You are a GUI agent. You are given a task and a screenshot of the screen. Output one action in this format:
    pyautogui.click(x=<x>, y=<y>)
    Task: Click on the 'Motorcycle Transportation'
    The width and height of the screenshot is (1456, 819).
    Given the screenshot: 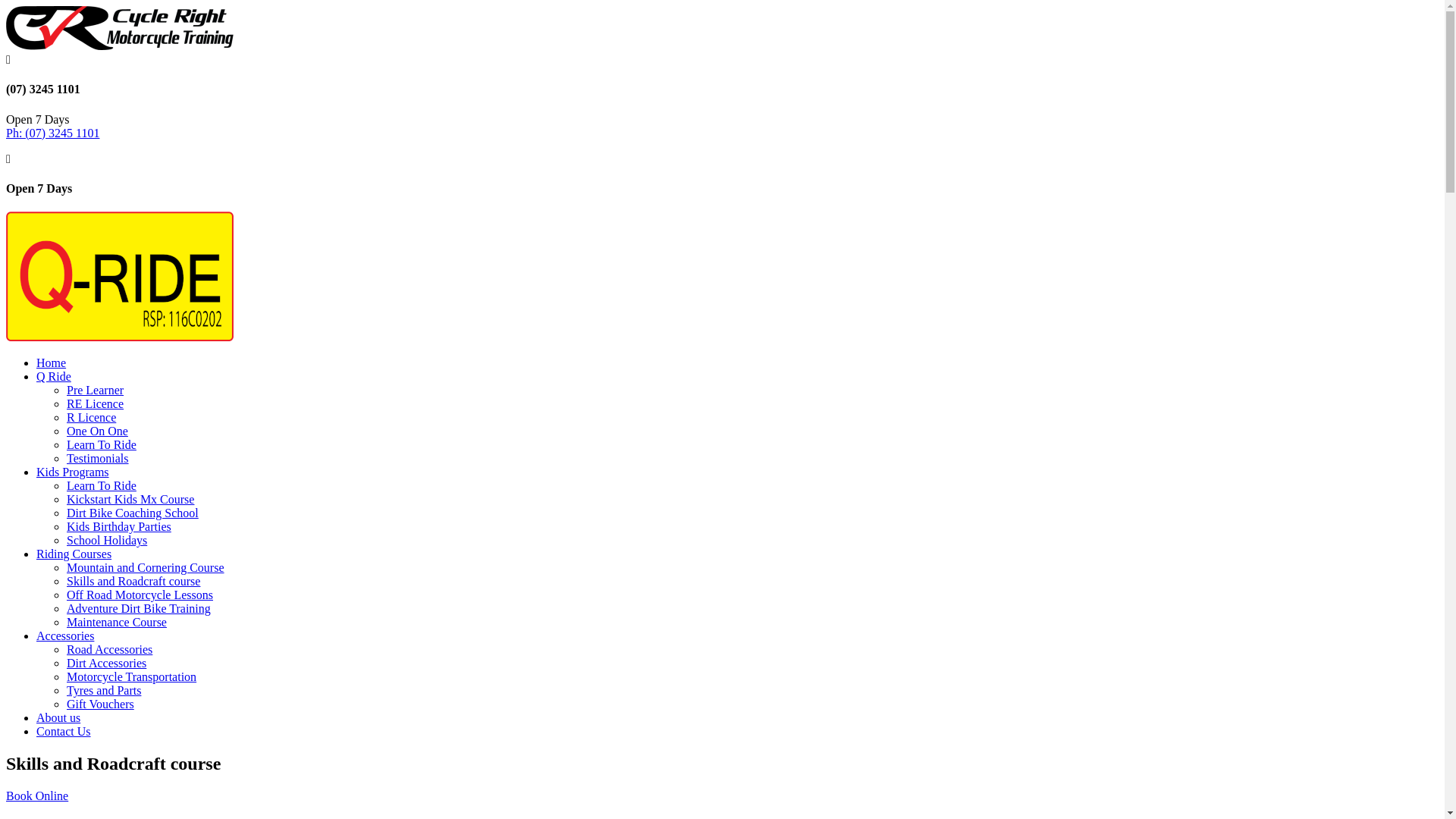 What is the action you would take?
    pyautogui.click(x=131, y=676)
    